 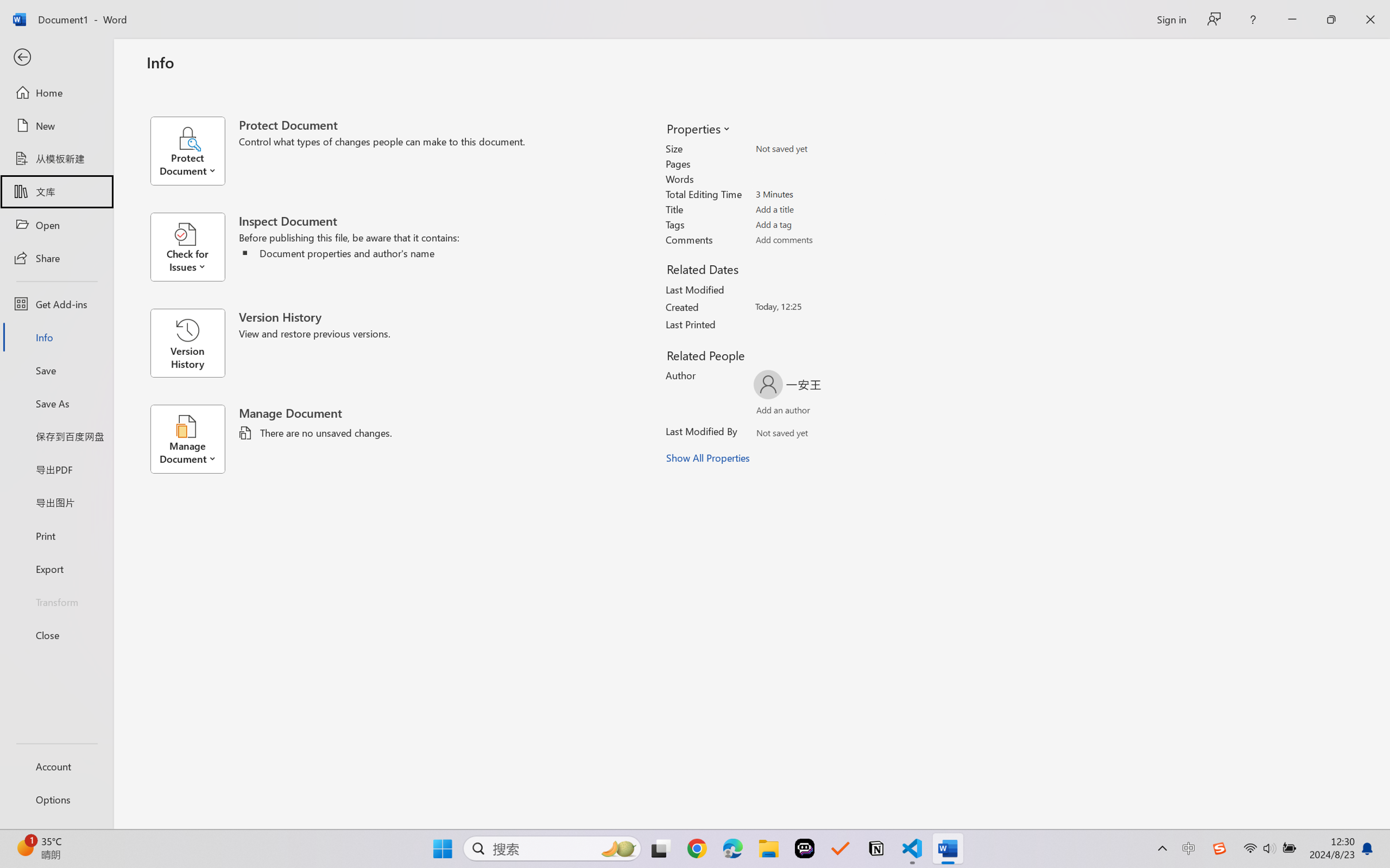 I want to click on 'Total Editing Time', so click(x=819, y=193).